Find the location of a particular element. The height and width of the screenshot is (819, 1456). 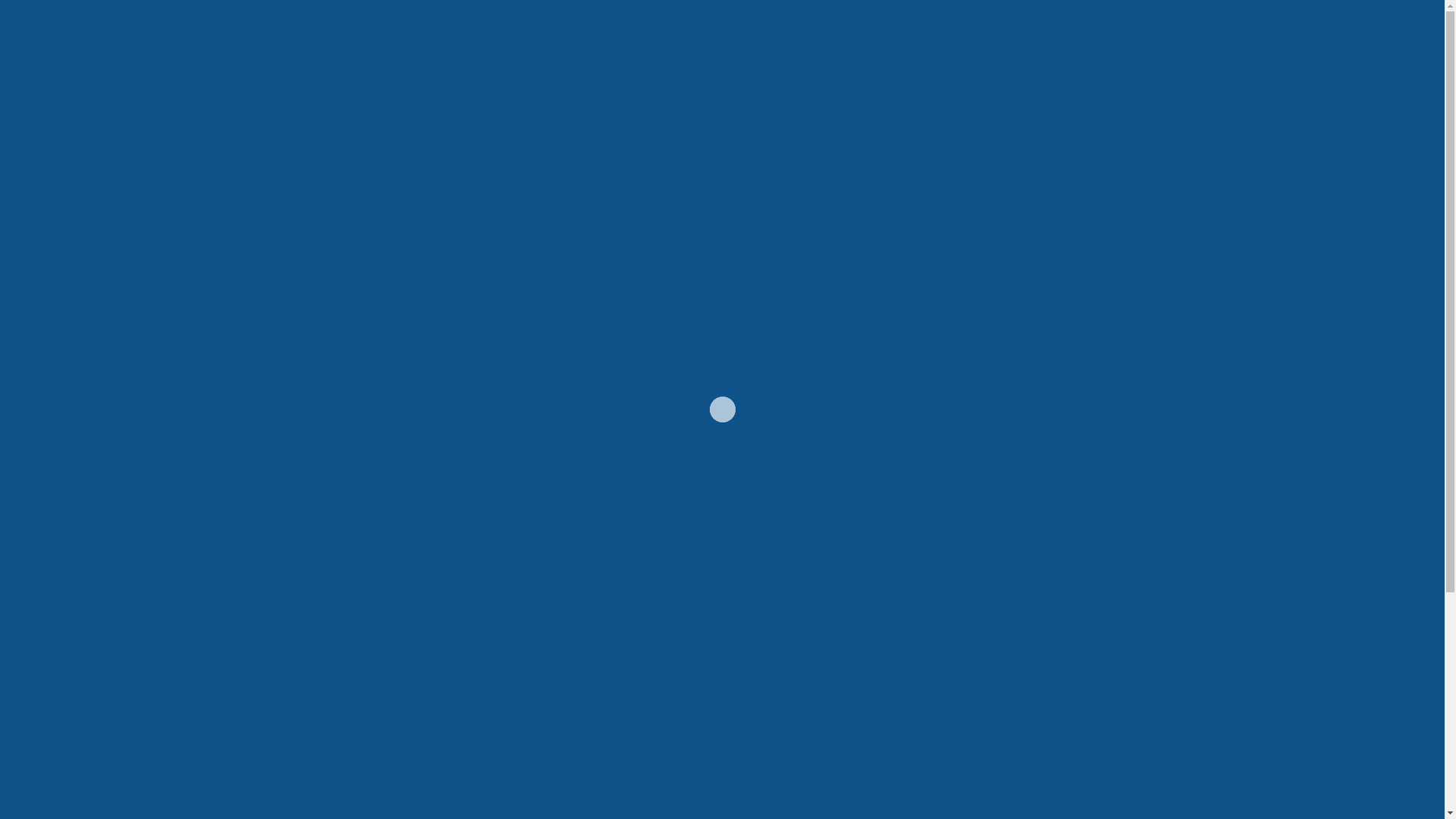

'Contact' is located at coordinates (1122, 73).